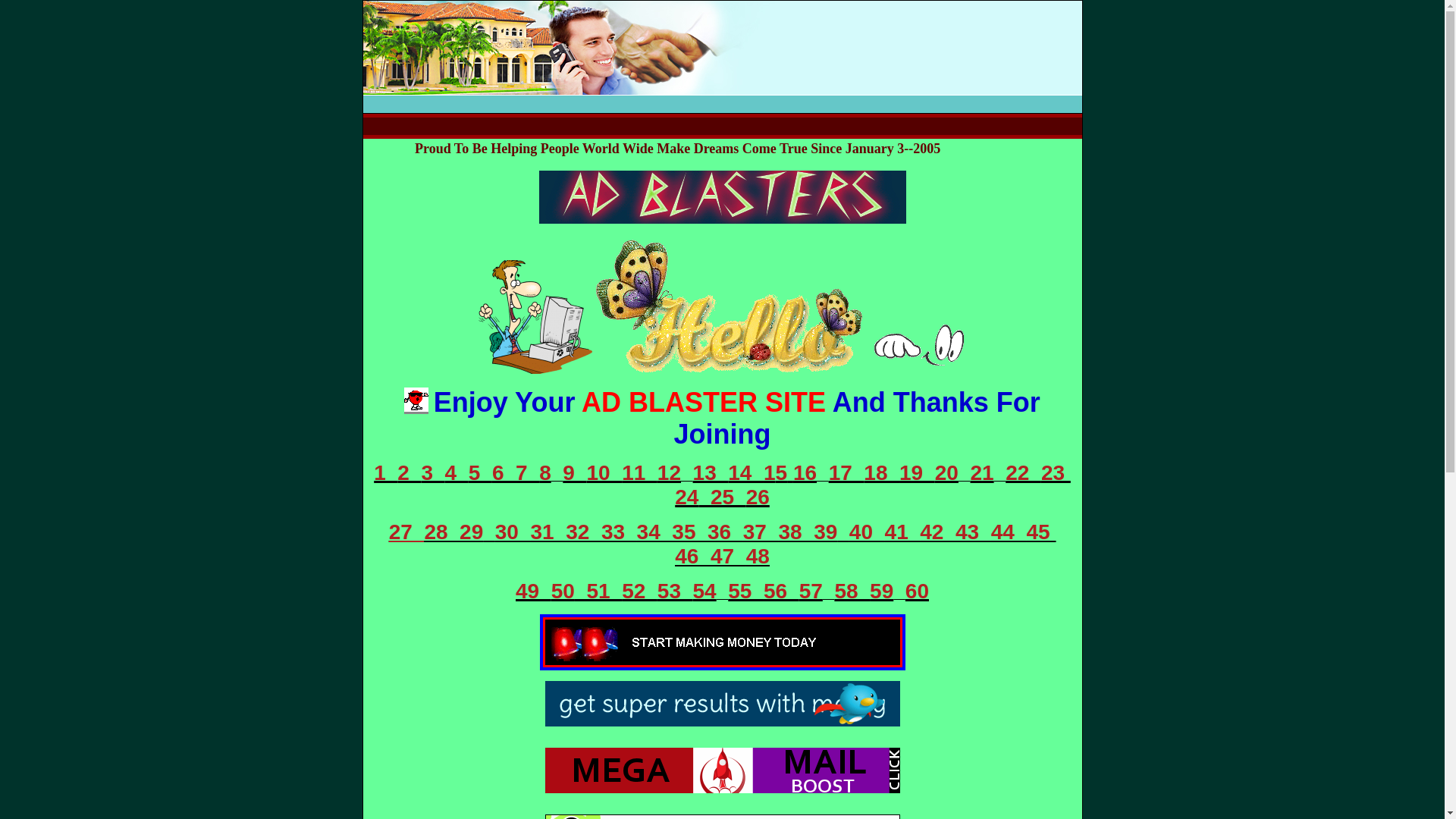 This screenshot has width=1456, height=819. What do you see at coordinates (639, 472) in the screenshot?
I see `'11 '` at bounding box center [639, 472].